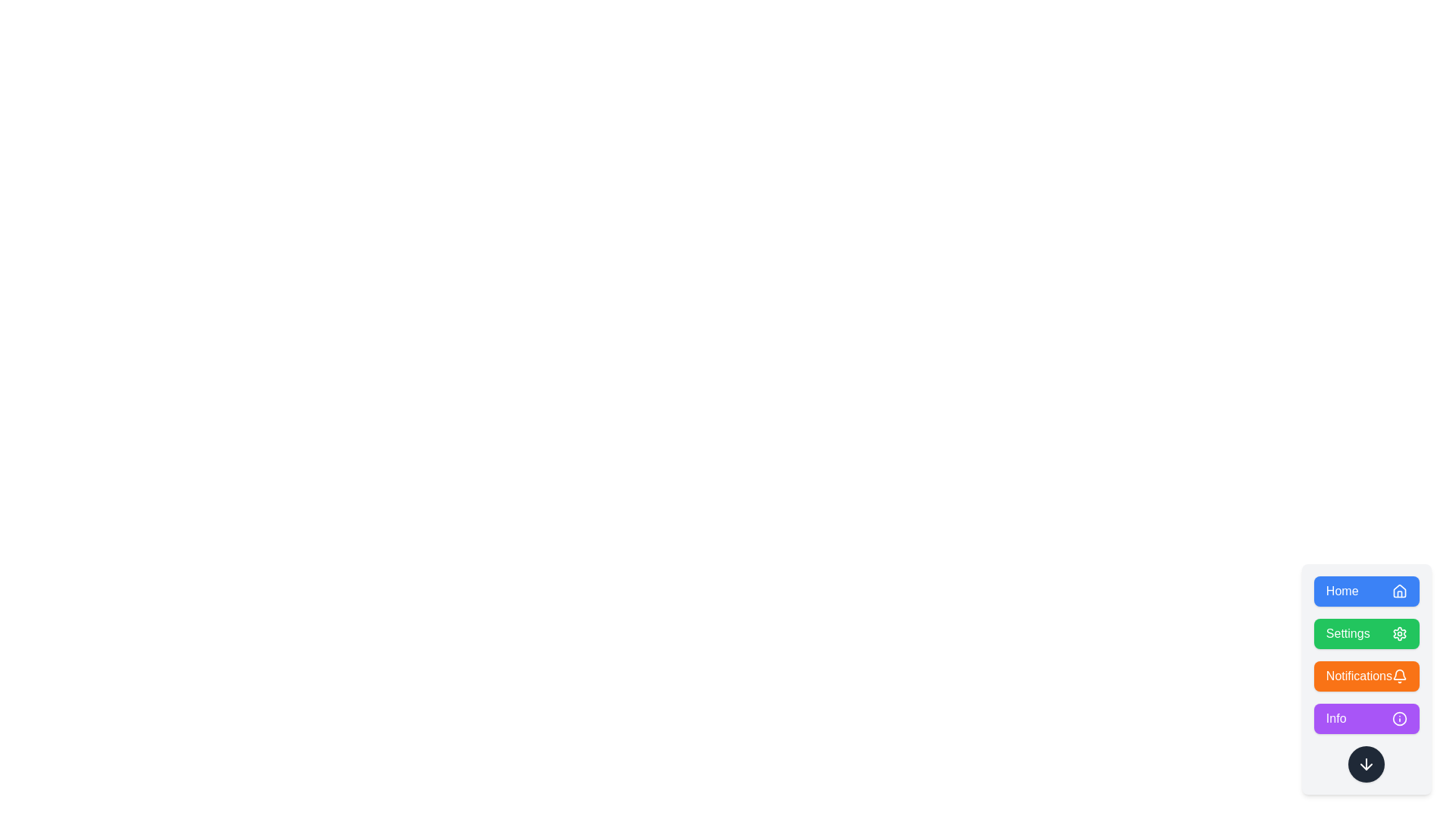  I want to click on the Notifications button in the ThemedSpeedDial component, so click(1367, 675).